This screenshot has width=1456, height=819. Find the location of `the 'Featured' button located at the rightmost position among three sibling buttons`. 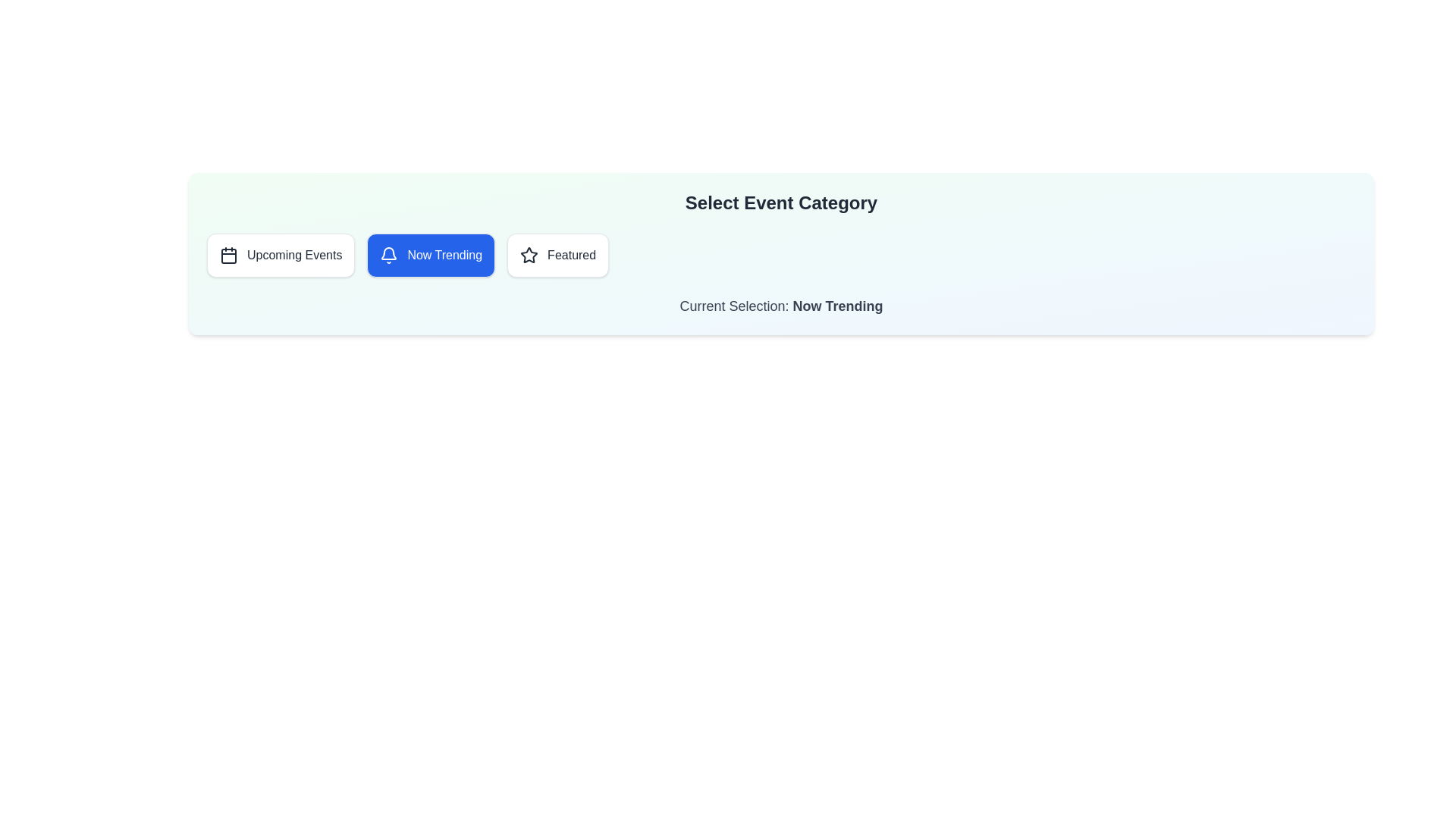

the 'Featured' button located at the rightmost position among three sibling buttons is located at coordinates (557, 254).